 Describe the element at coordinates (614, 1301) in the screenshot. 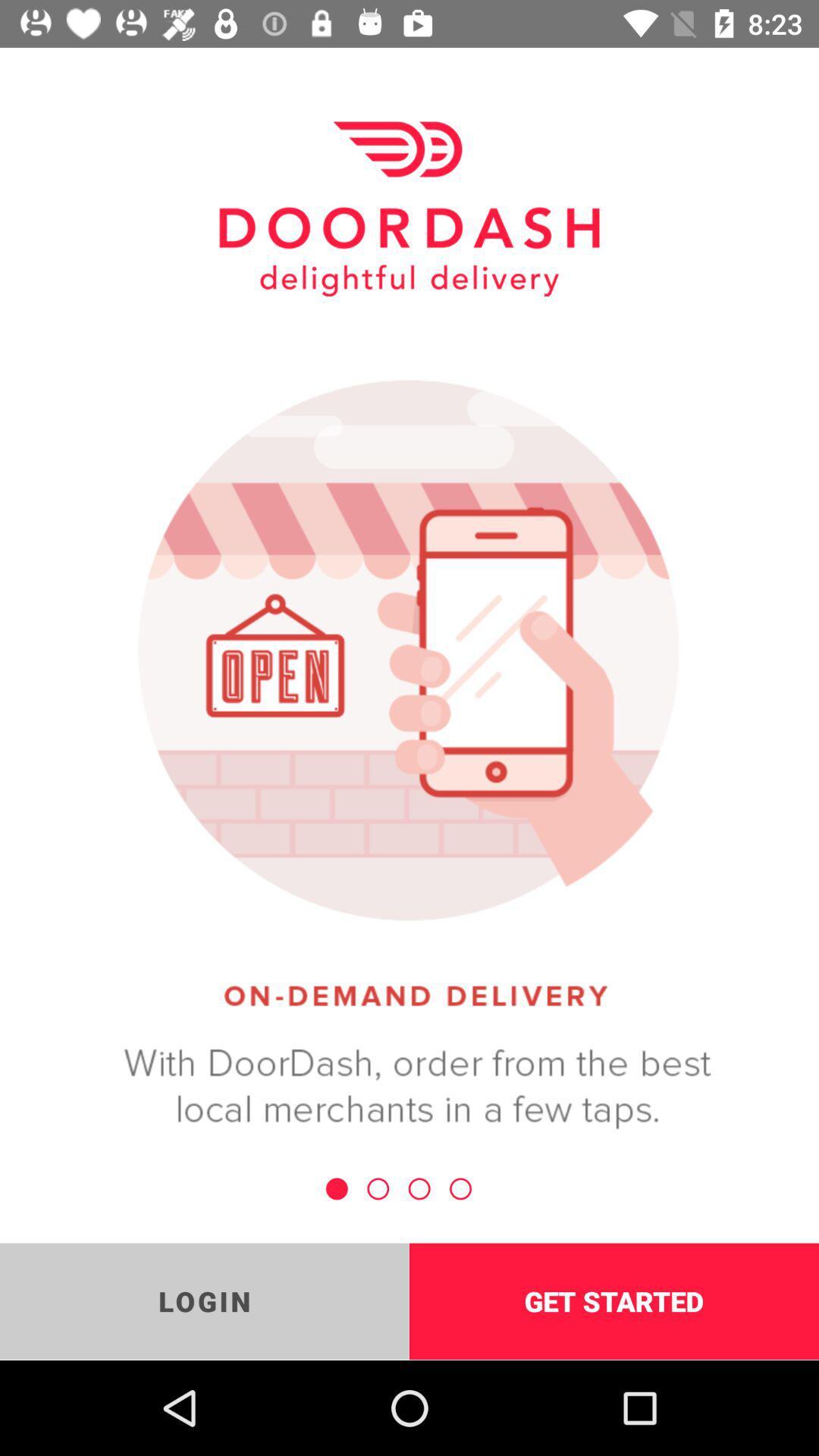

I see `the icon to the right of the login icon` at that location.